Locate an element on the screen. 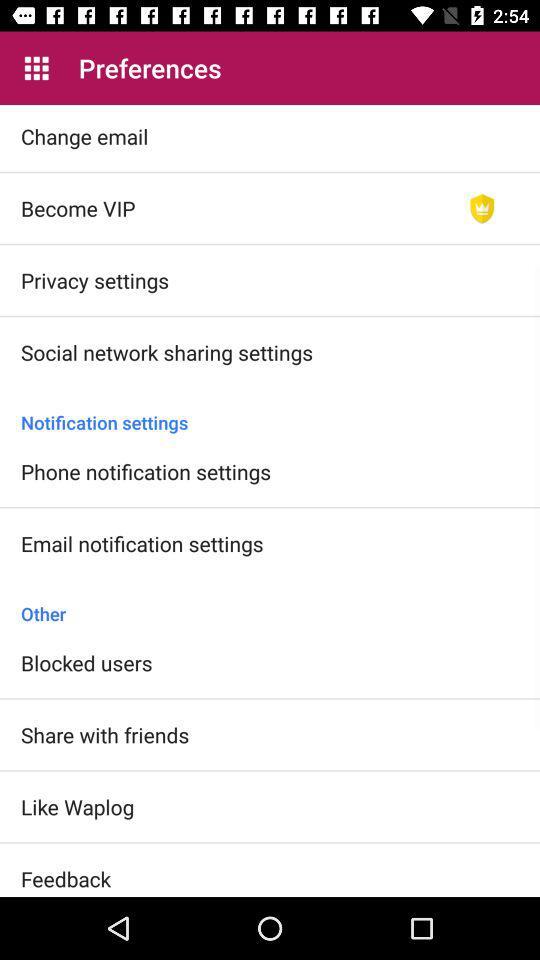 The height and width of the screenshot is (960, 540). the blocked users item is located at coordinates (85, 662).